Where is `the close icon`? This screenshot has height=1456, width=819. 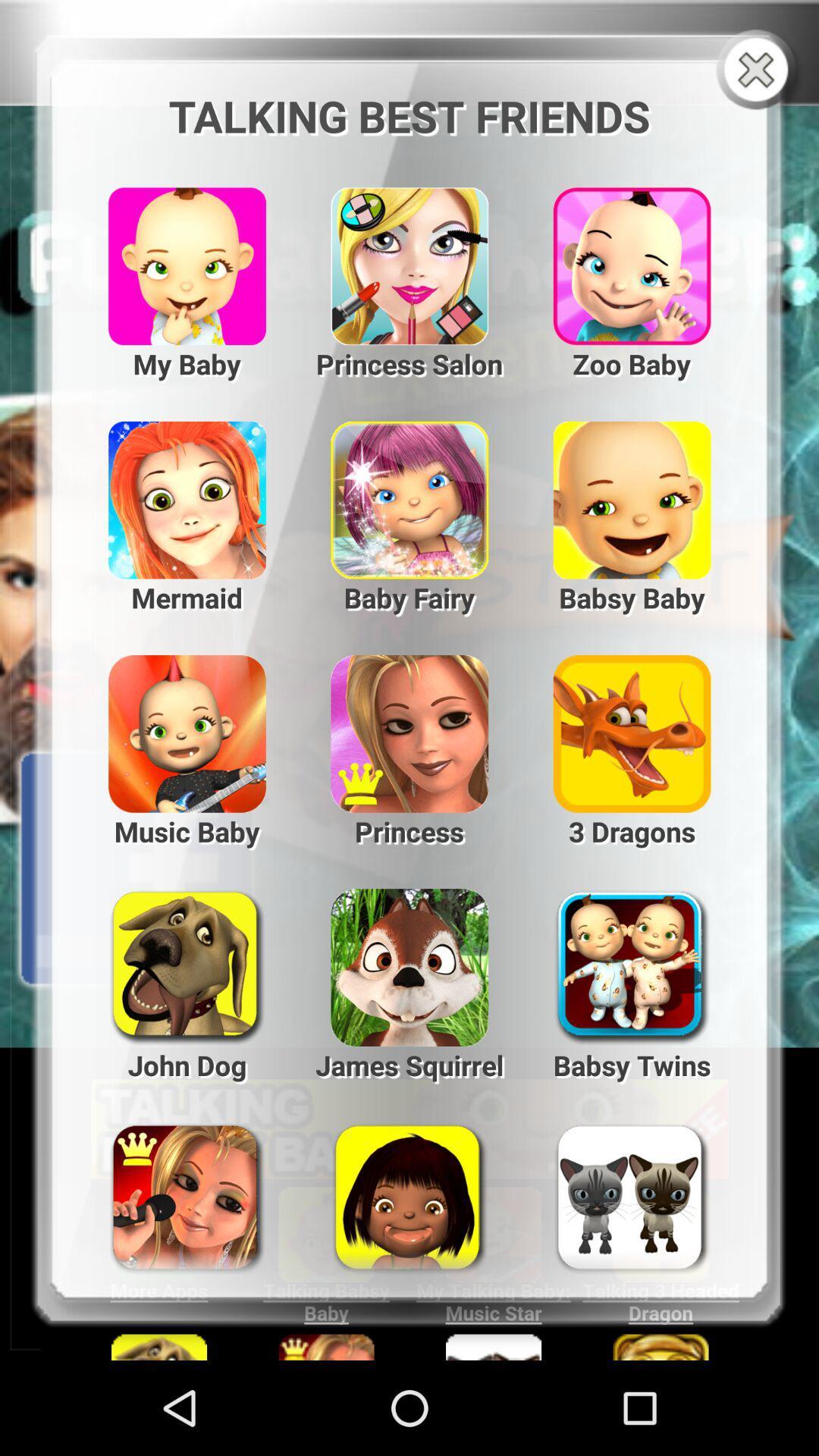
the close icon is located at coordinates (759, 76).